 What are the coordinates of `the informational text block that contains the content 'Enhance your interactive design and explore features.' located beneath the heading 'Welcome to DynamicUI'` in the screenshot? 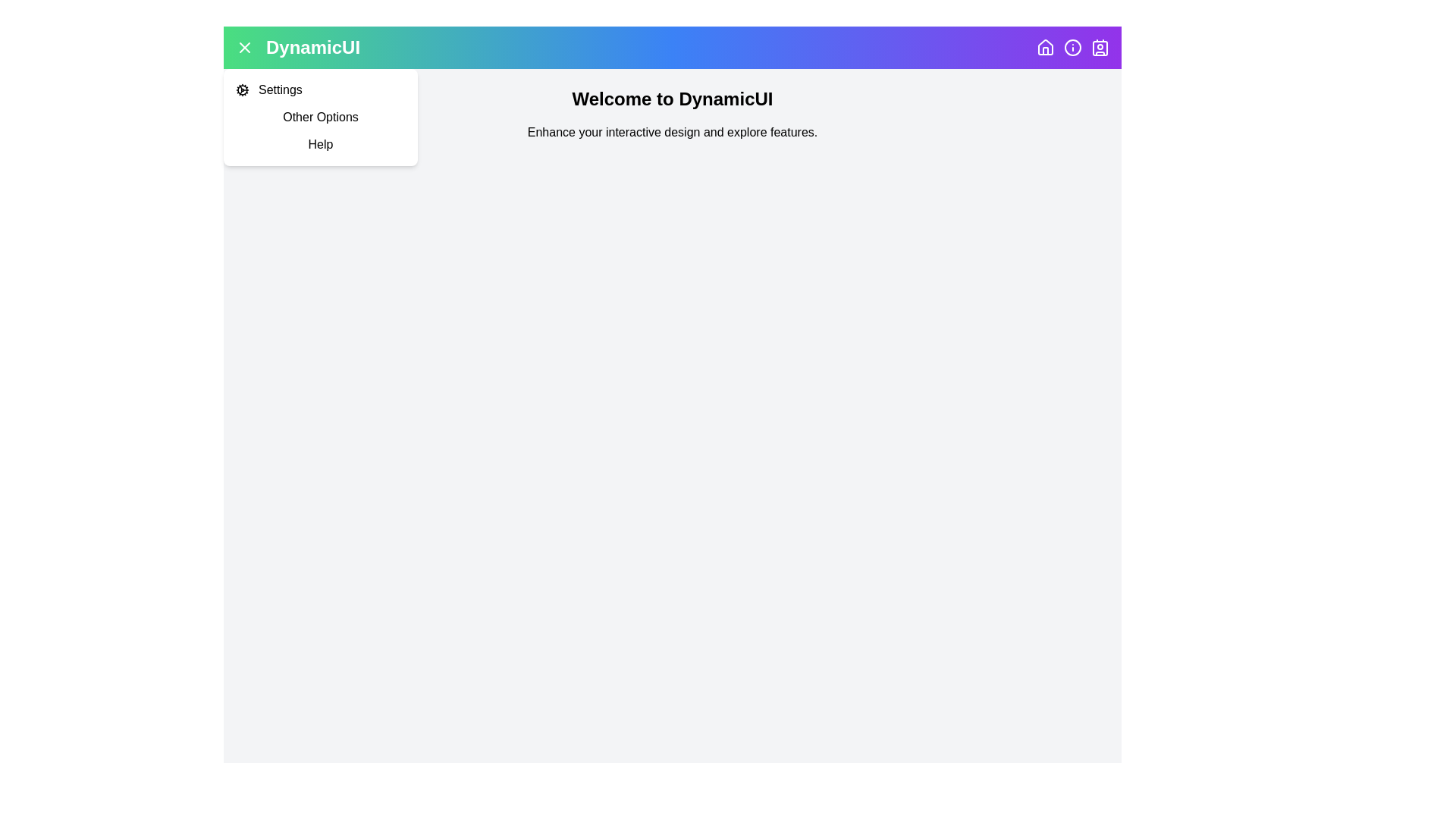 It's located at (672, 131).